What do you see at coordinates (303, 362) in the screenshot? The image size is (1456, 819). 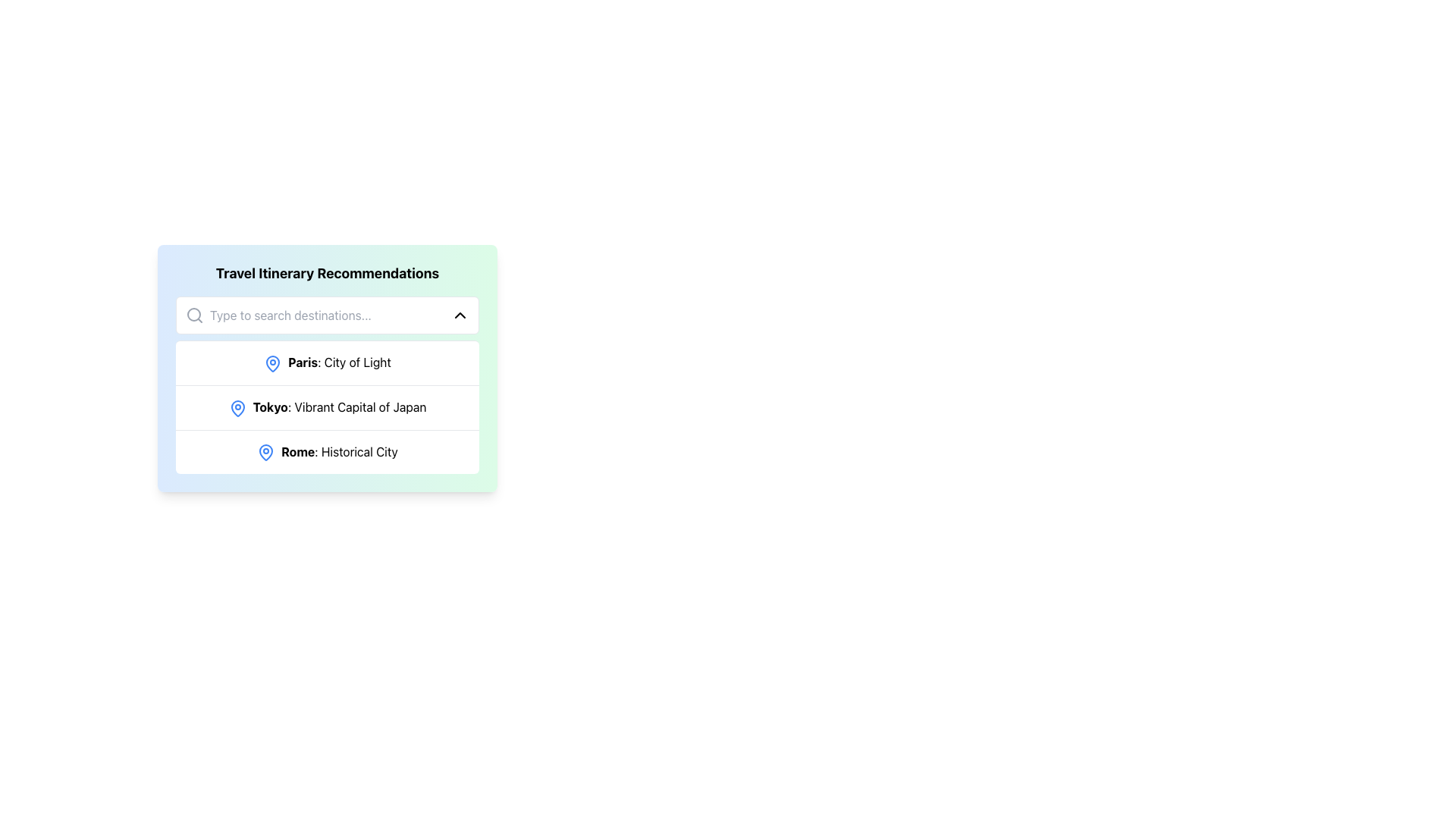 I see `text label that says 'Paris', which is styled in bold black font and is part of the 'City of Light' phrase, located in the Travel Itinerary Recommendations section` at bounding box center [303, 362].